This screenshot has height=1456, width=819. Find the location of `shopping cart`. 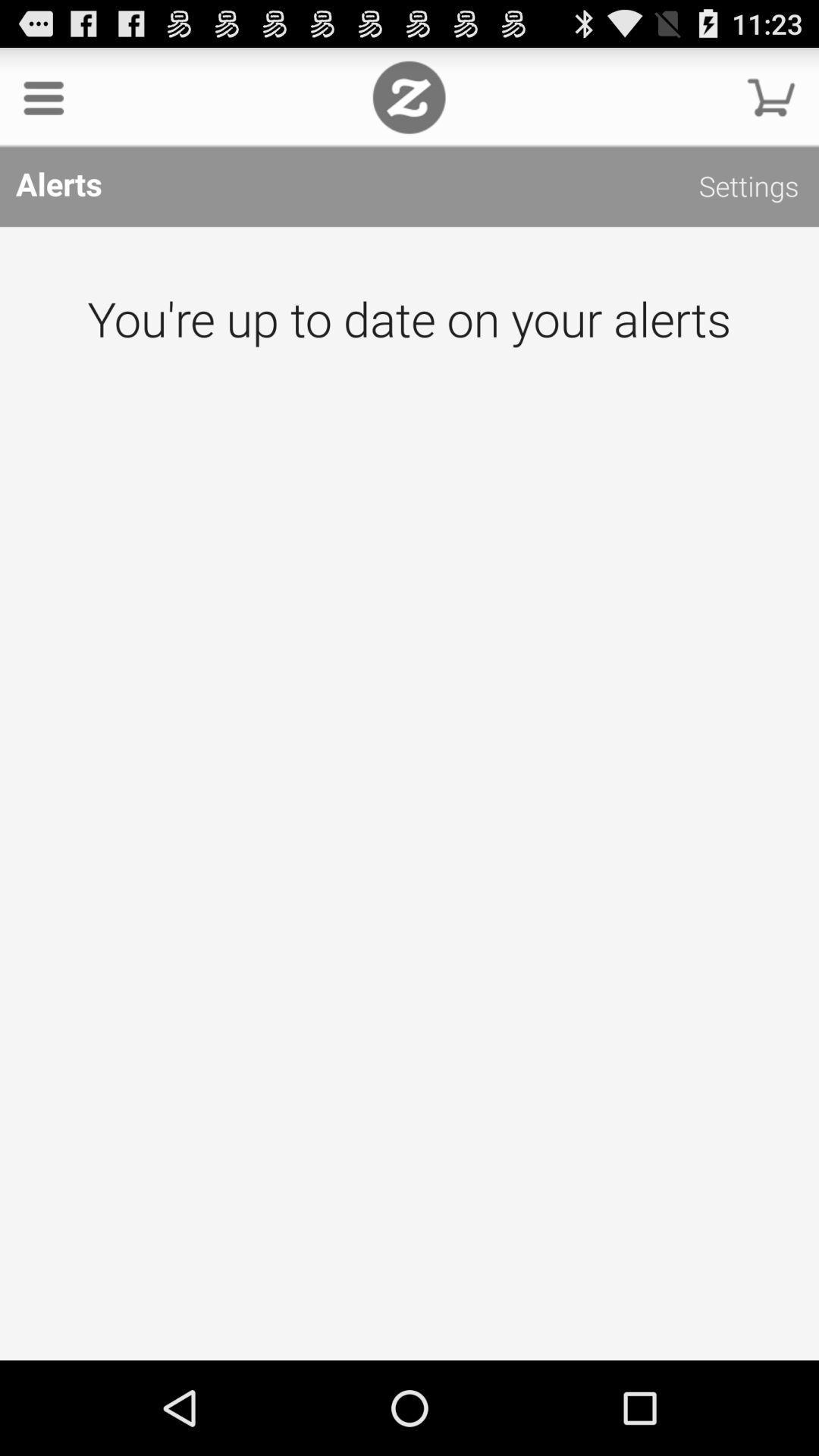

shopping cart is located at coordinates (771, 96).